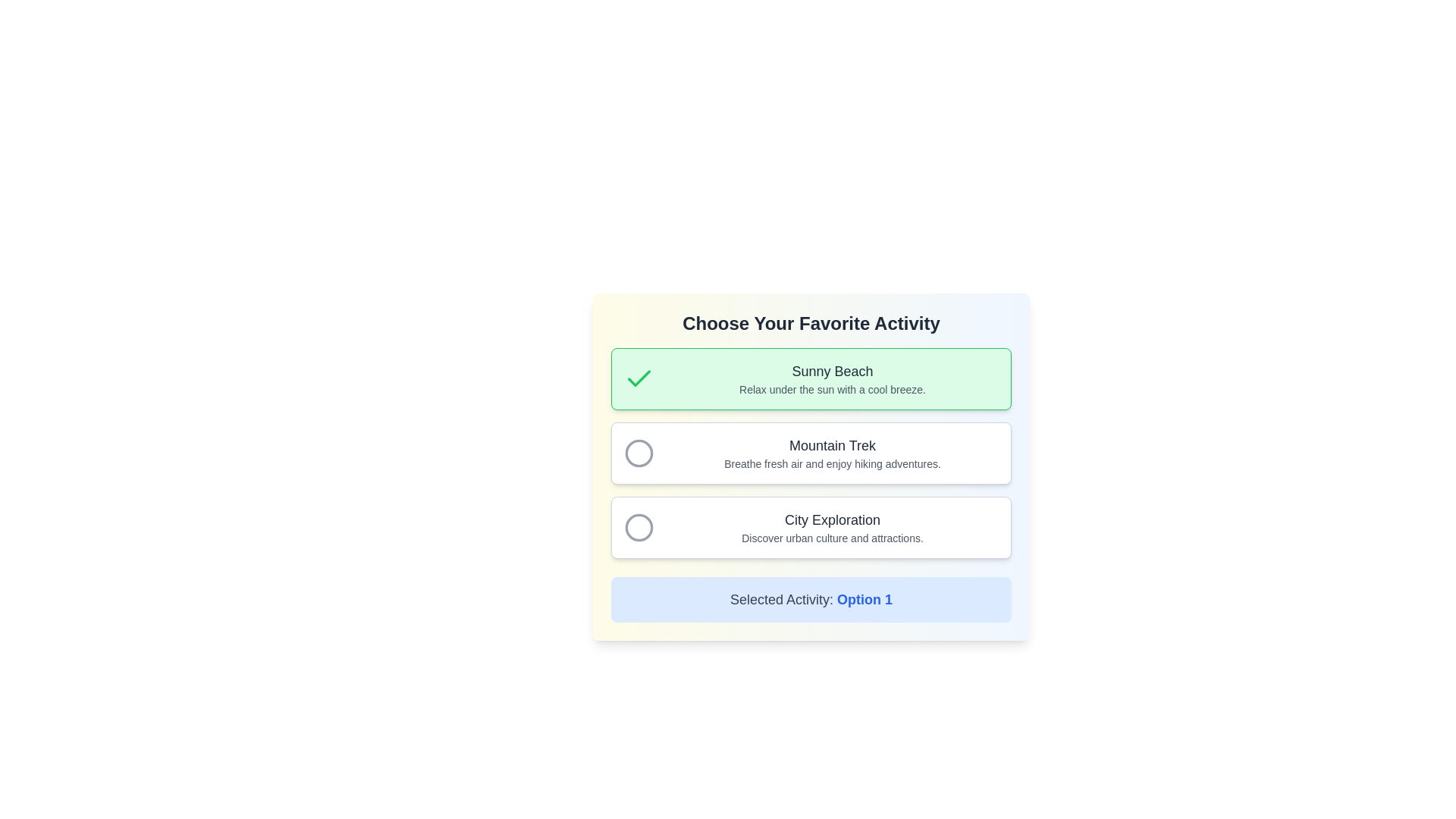 This screenshot has width=1456, height=819. What do you see at coordinates (864, 598) in the screenshot?
I see `the text label displaying 'Option 1' in bold blue font within the 'Selected Activity' panel, located at the bottom of the activity selection box` at bounding box center [864, 598].